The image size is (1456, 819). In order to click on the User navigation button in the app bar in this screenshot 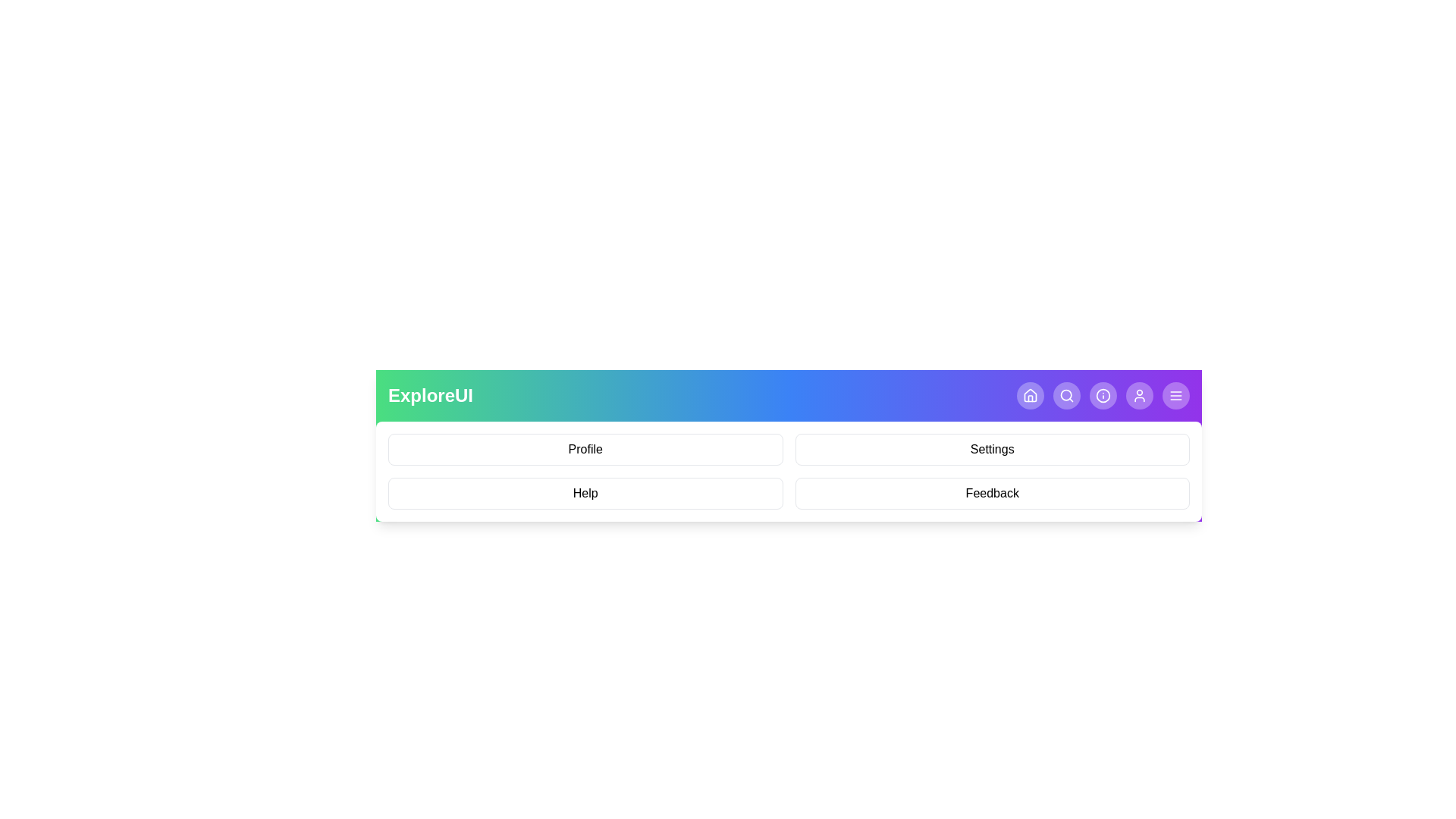, I will do `click(1139, 394)`.